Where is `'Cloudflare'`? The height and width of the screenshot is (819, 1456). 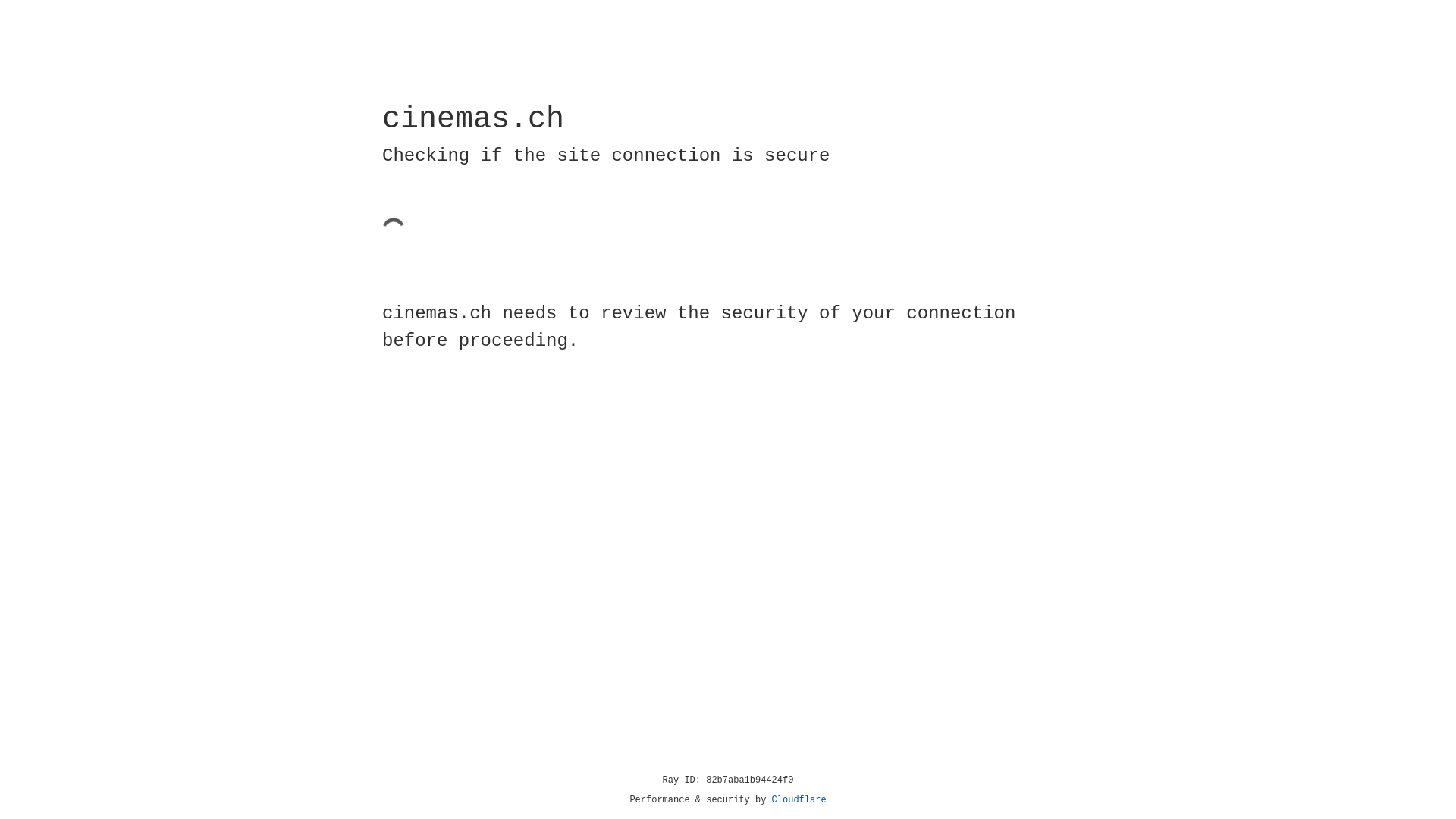 'Cloudflare' is located at coordinates (799, 799).